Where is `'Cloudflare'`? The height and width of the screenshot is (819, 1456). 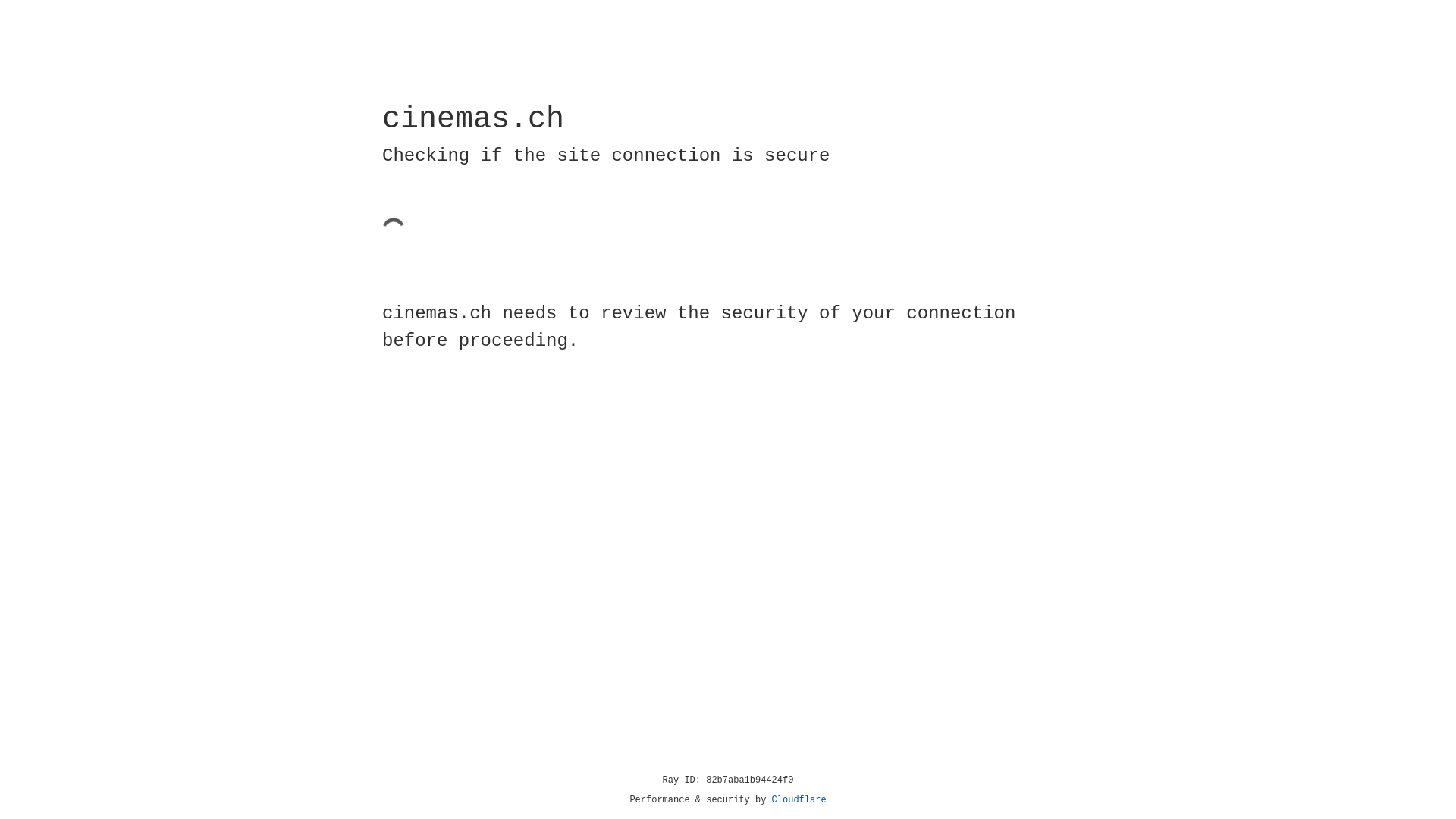 'Cloudflare' is located at coordinates (799, 799).